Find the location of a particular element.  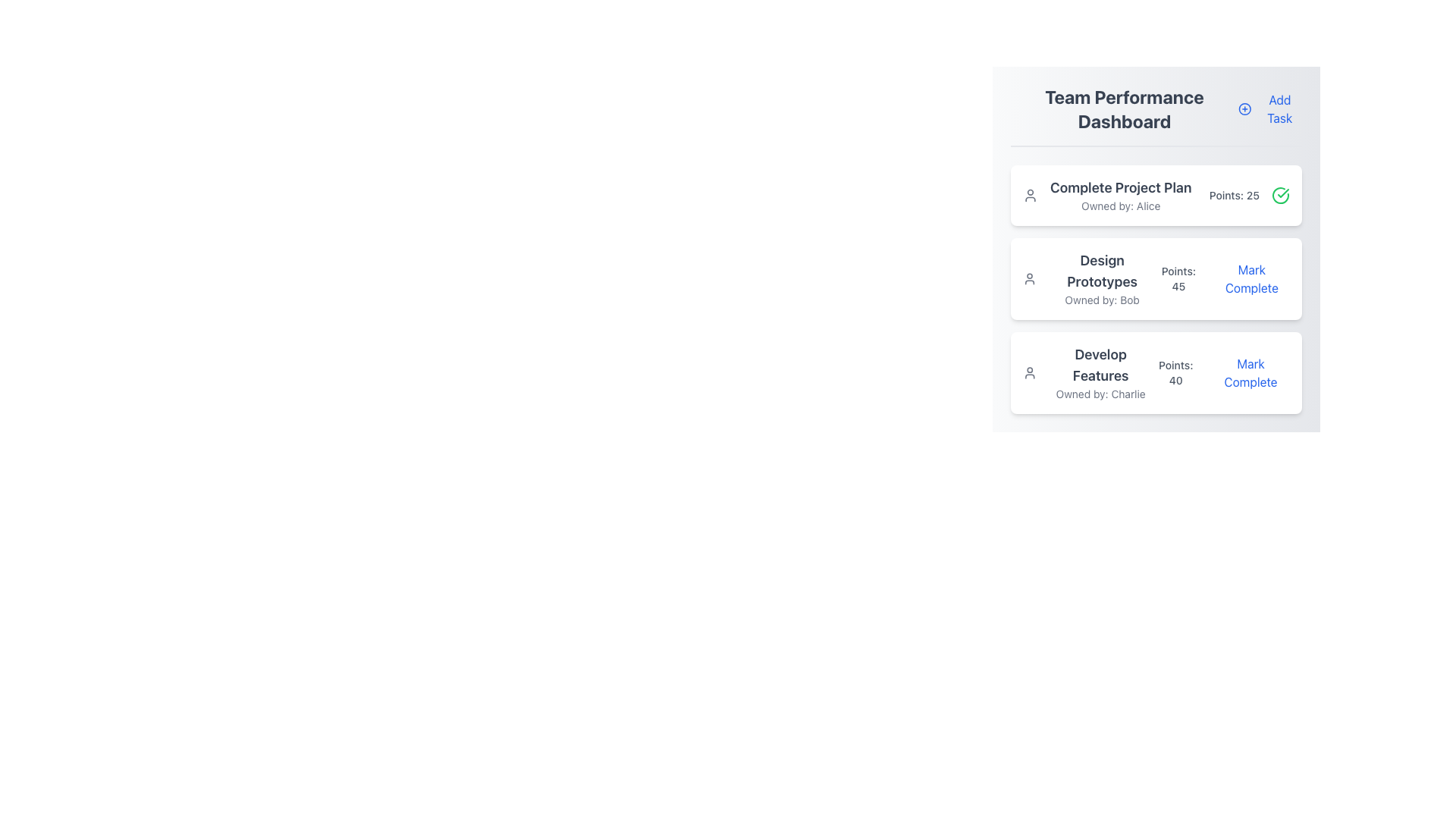

the 'Points: 40' text label, which is styled with a small font size, medium-weight text, and gray color, located at the bottom-right of the 'Develop Features' panel is located at coordinates (1175, 373).